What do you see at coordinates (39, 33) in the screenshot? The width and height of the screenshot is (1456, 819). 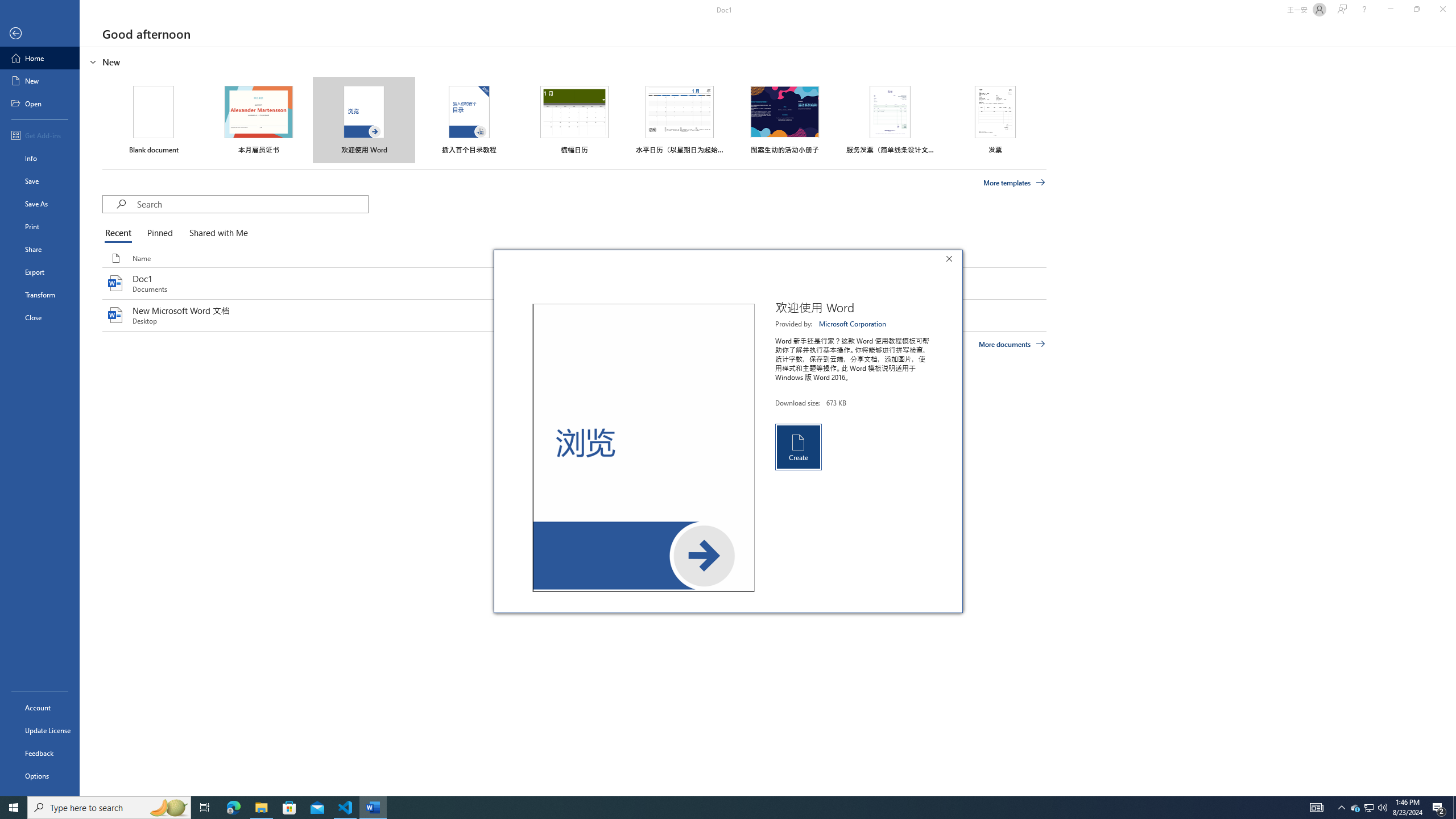 I see `'Back'` at bounding box center [39, 33].